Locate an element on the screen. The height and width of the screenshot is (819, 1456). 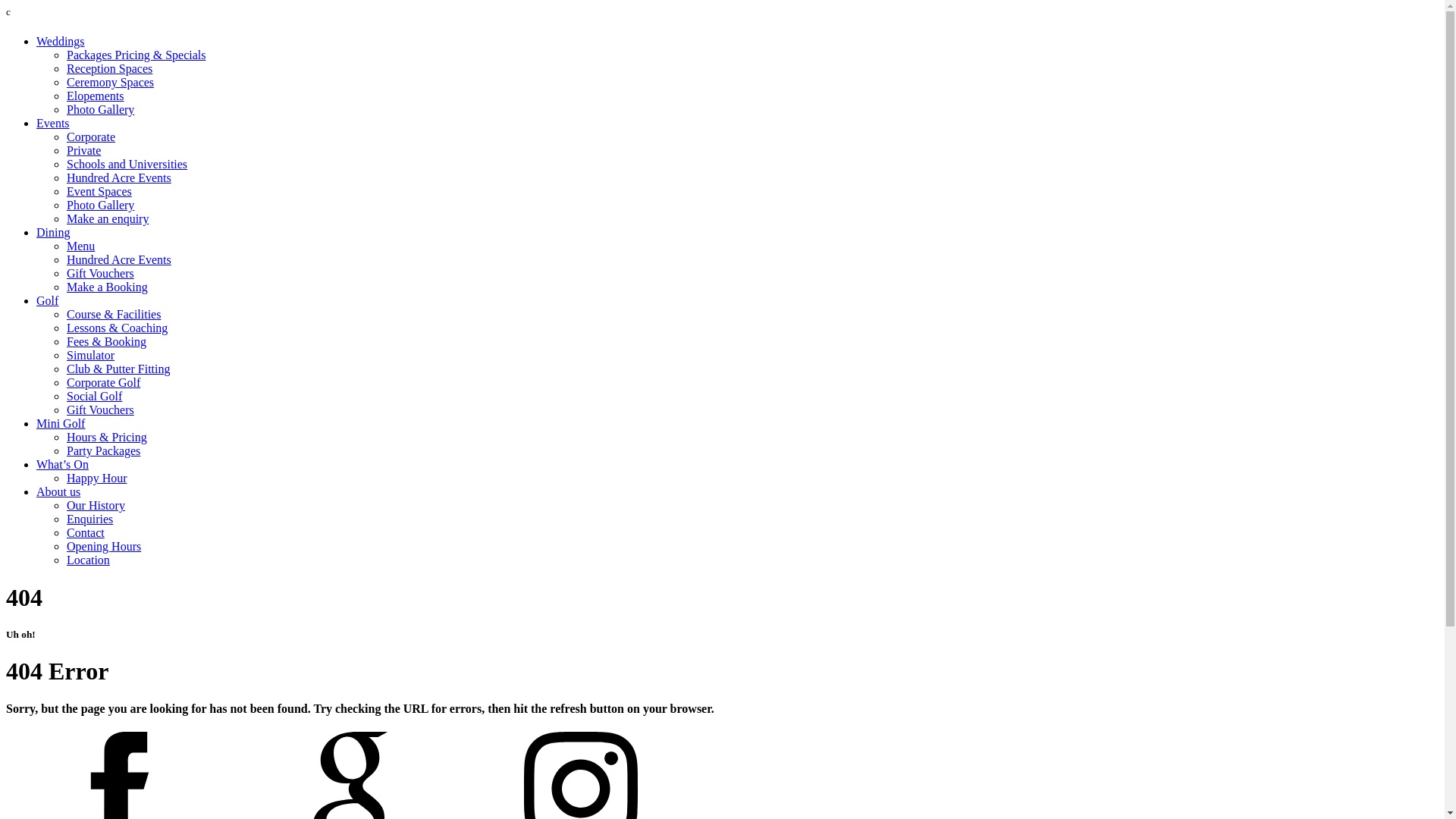
'Corporate' is located at coordinates (90, 136).